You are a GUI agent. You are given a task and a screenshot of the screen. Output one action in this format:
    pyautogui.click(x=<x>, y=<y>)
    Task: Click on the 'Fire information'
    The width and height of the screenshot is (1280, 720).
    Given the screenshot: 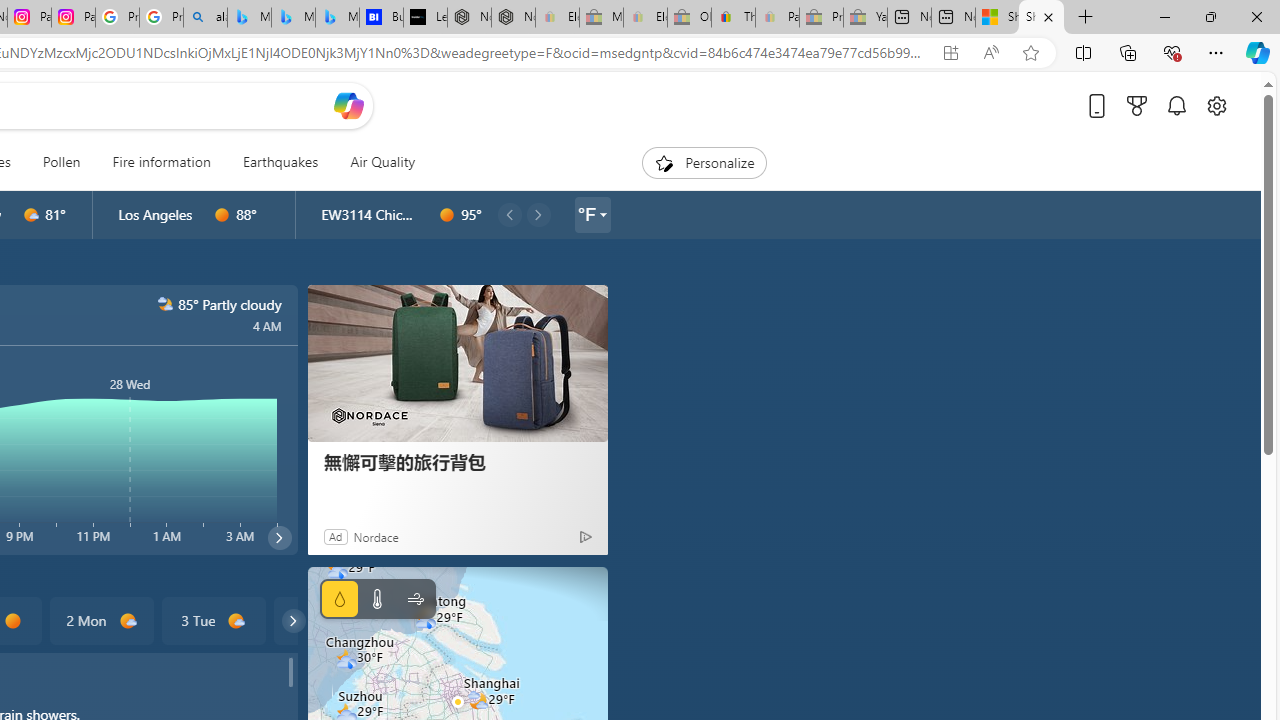 What is the action you would take?
    pyautogui.click(x=161, y=162)
    